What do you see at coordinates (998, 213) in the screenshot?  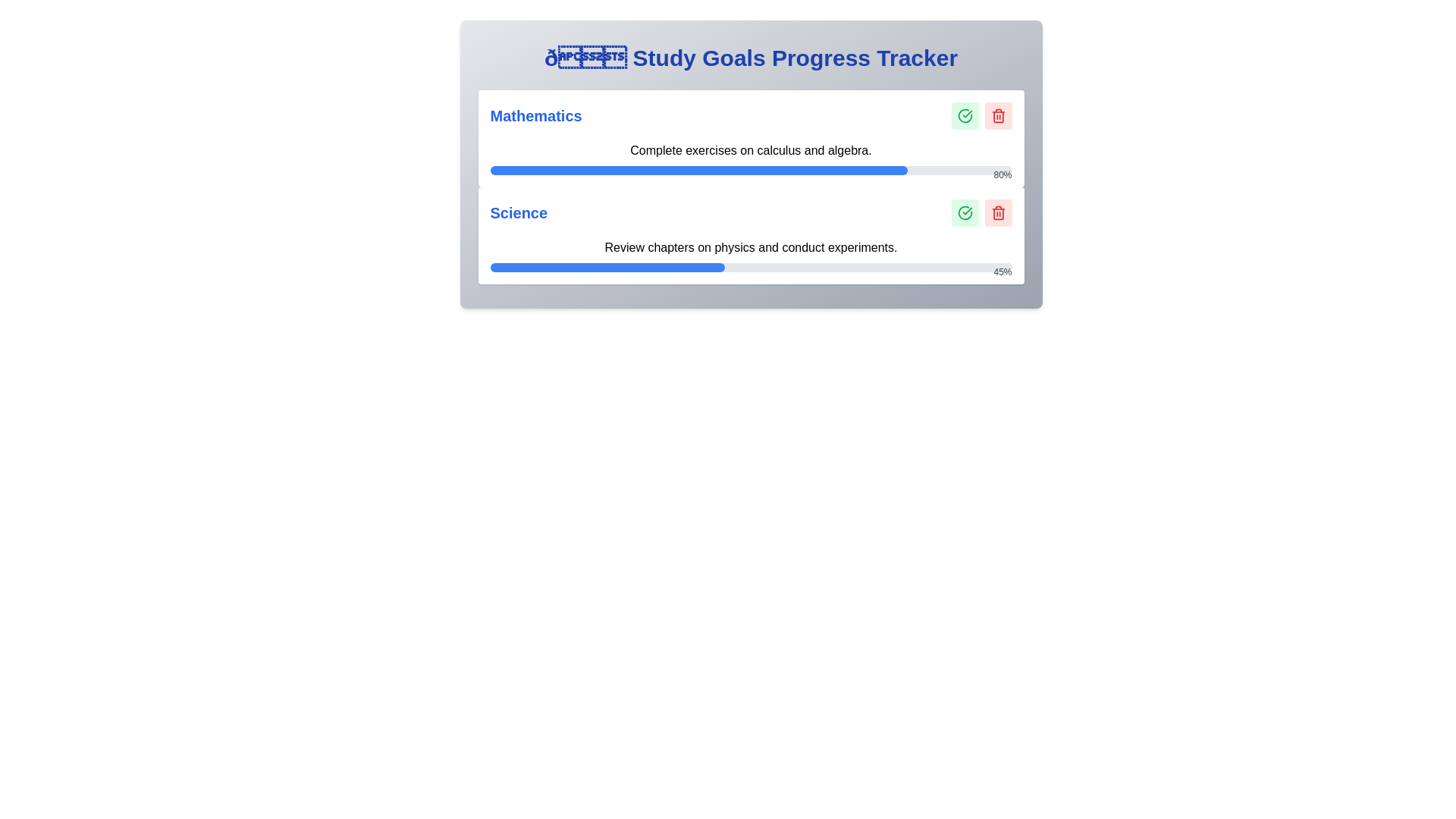 I see `the delete action button located in the Science section, which is the second button from the left in the group of action buttons and positioned immediately next to a green confirmation button, to initiate a delete action` at bounding box center [998, 213].